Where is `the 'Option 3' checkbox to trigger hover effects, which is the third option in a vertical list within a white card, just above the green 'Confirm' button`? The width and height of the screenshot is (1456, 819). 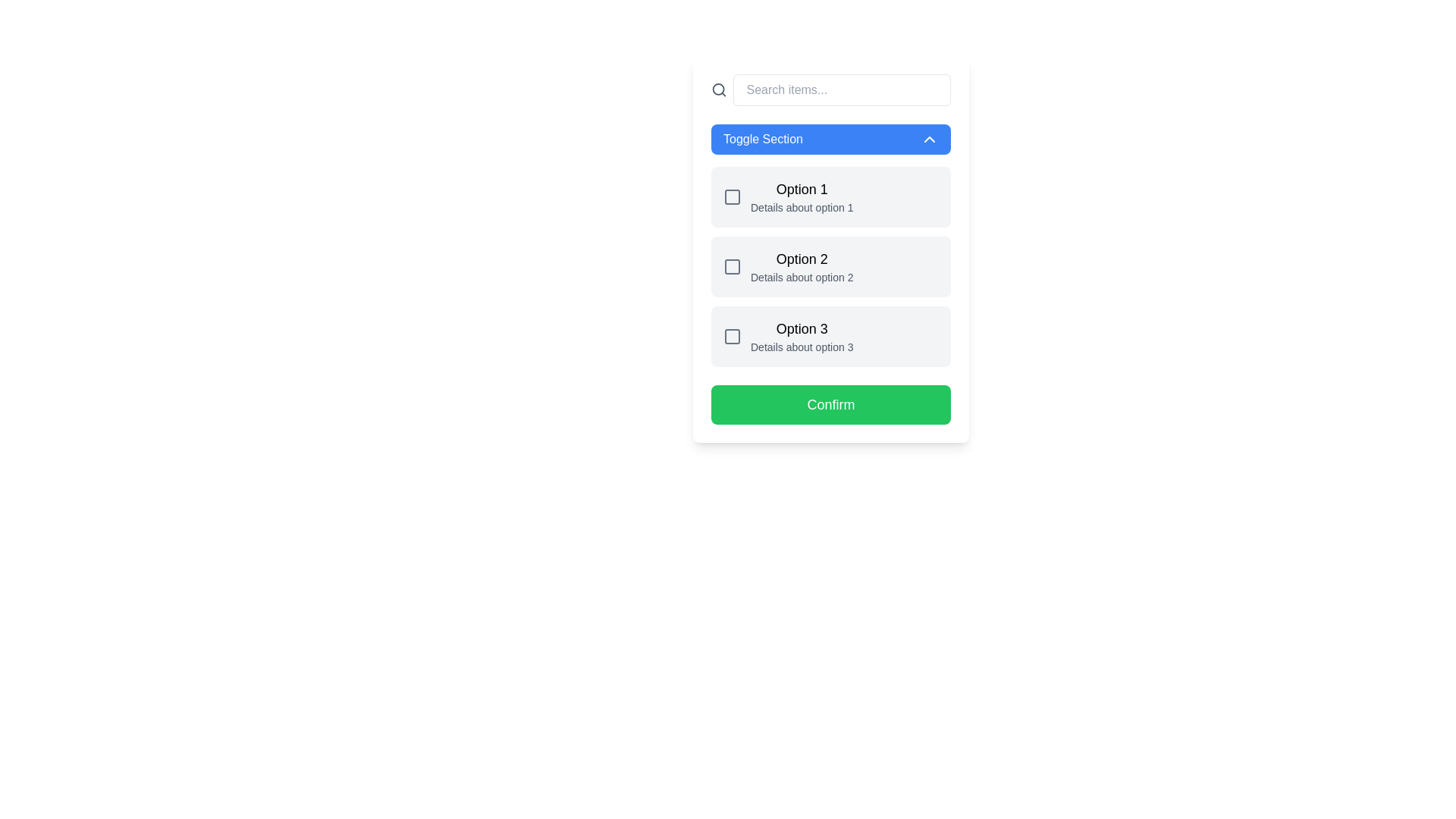 the 'Option 3' checkbox to trigger hover effects, which is the third option in a vertical list within a white card, just above the green 'Confirm' button is located at coordinates (830, 335).